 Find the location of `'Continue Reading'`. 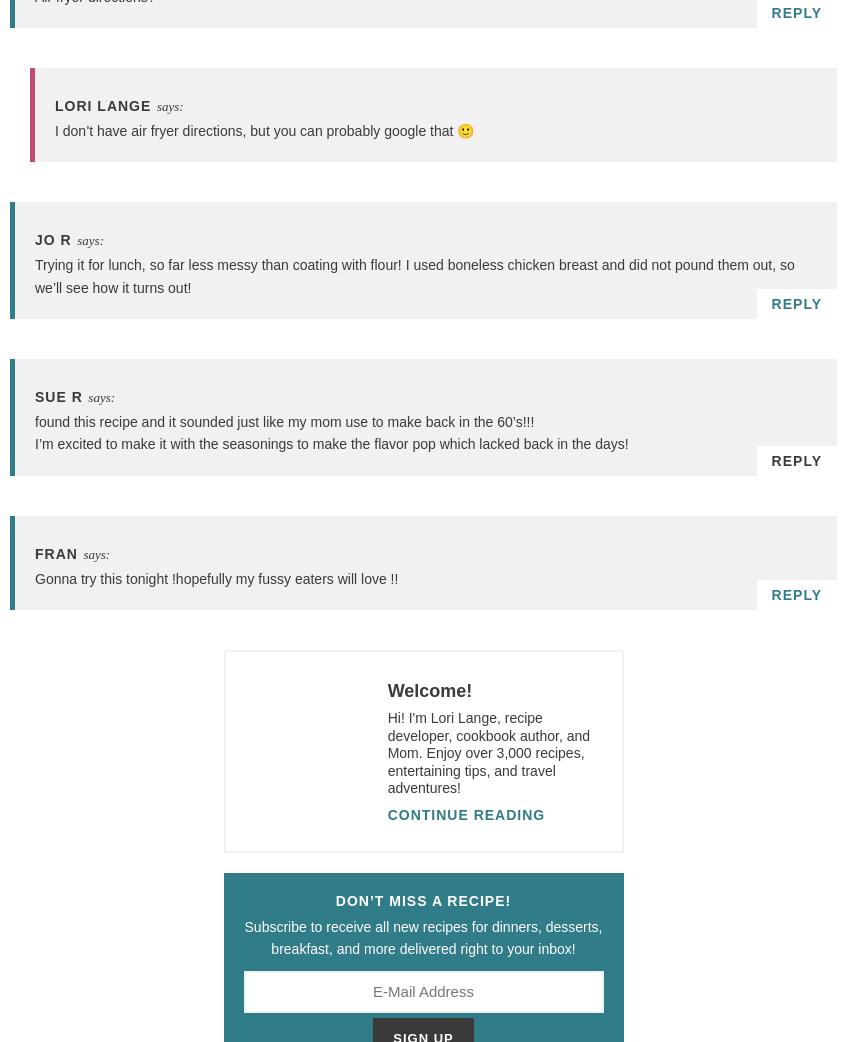

'Continue Reading' is located at coordinates (465, 814).